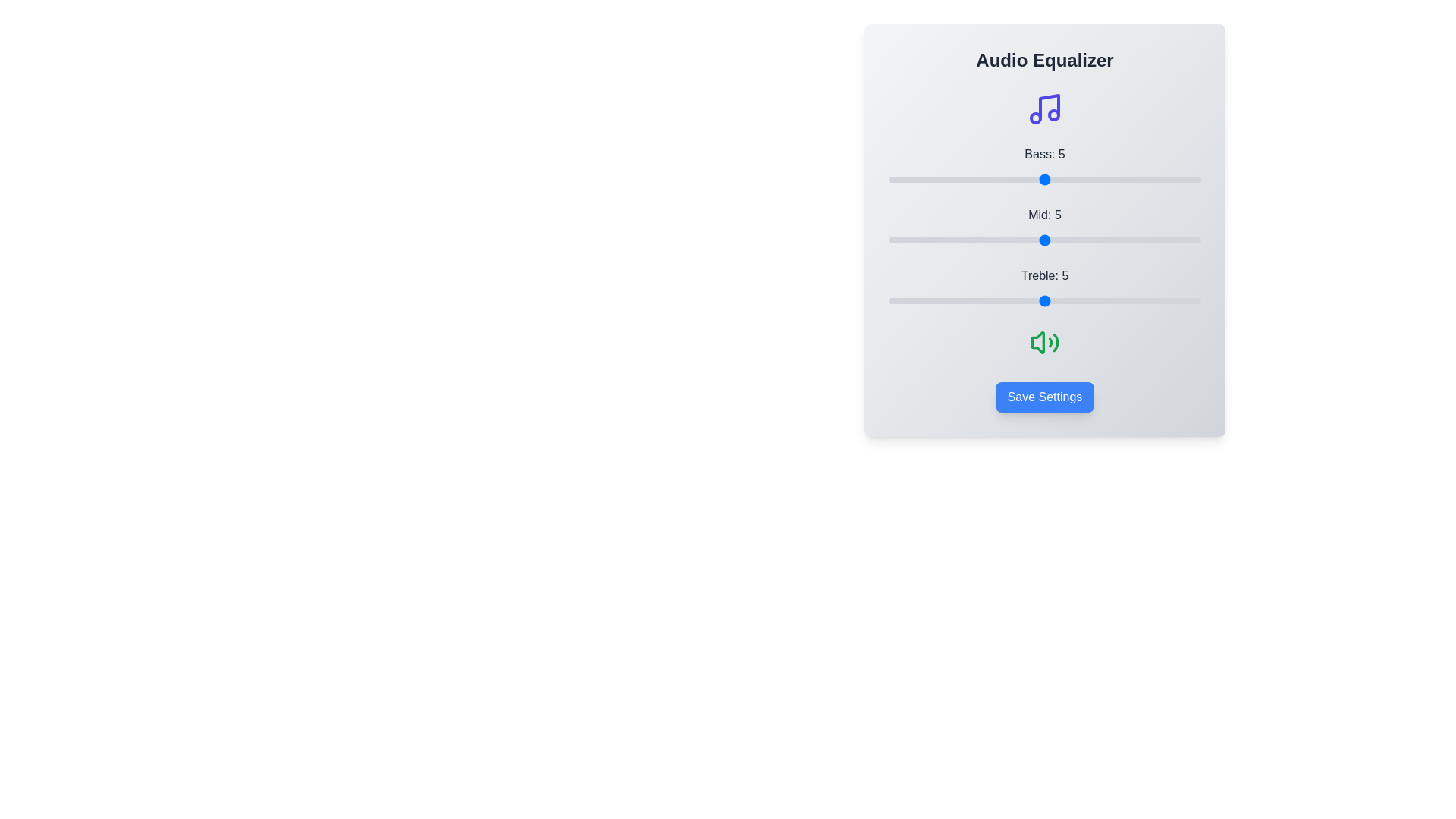  What do you see at coordinates (950, 239) in the screenshot?
I see `the Mid slider to set its value to 2` at bounding box center [950, 239].